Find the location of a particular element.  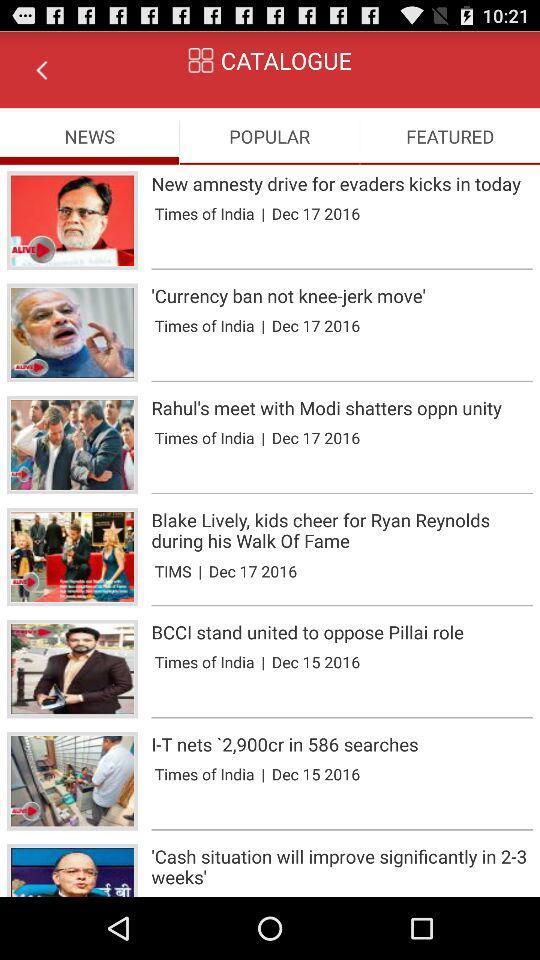

the item below bcci stand united is located at coordinates (263, 662).